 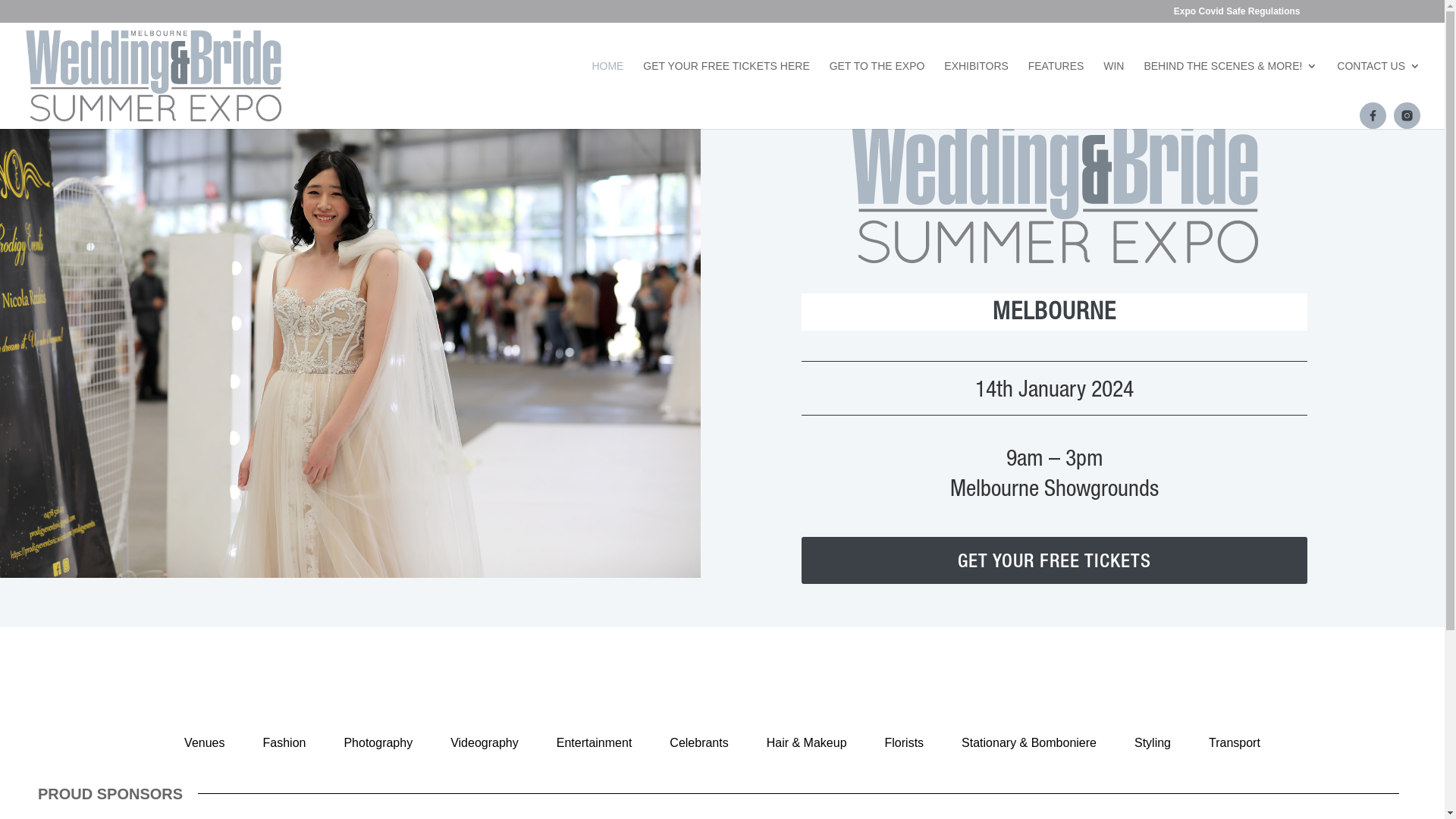 I want to click on 'CONTACT US', so click(x=1336, y=84).